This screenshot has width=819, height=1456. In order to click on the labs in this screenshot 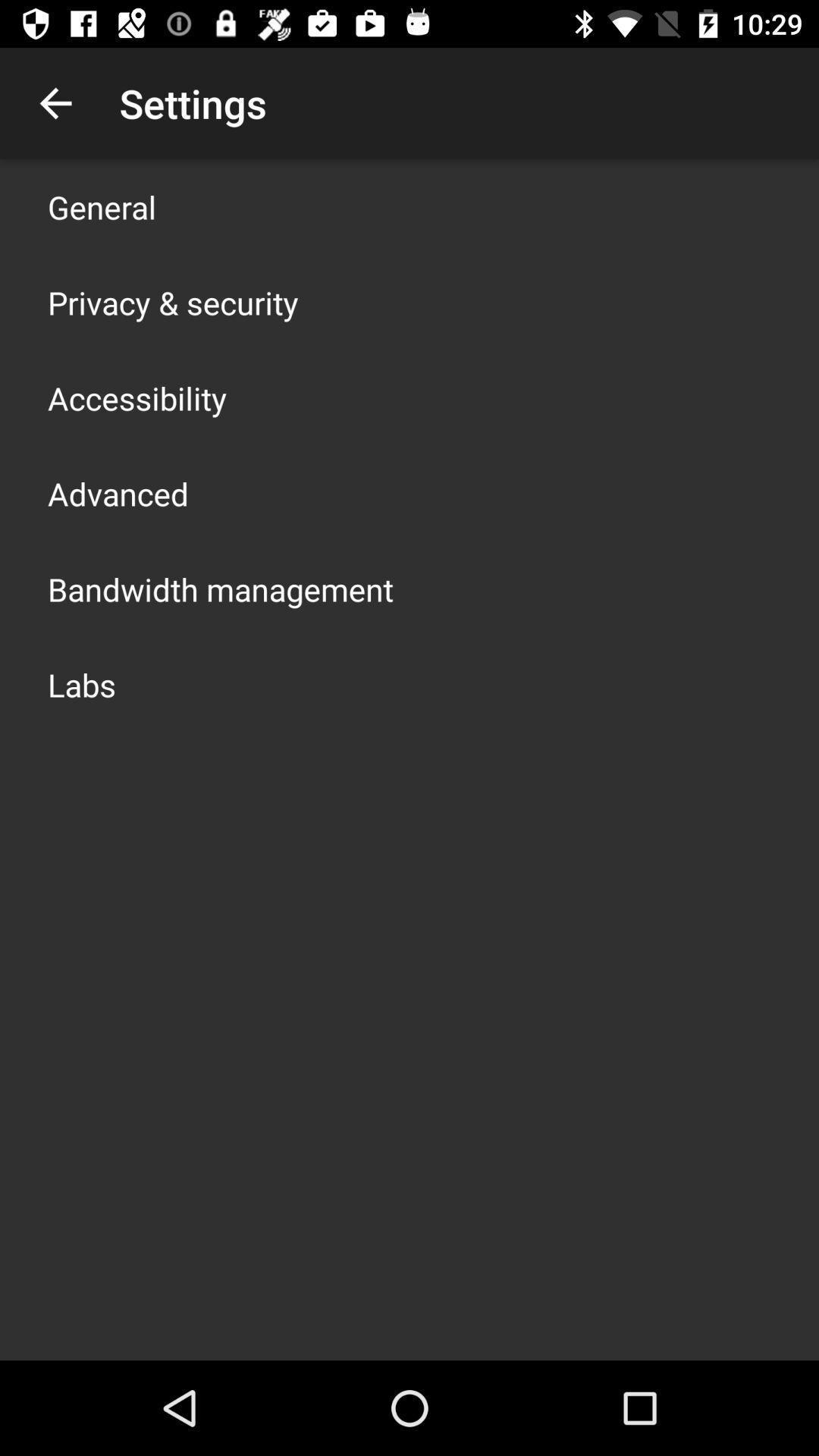, I will do `click(82, 683)`.